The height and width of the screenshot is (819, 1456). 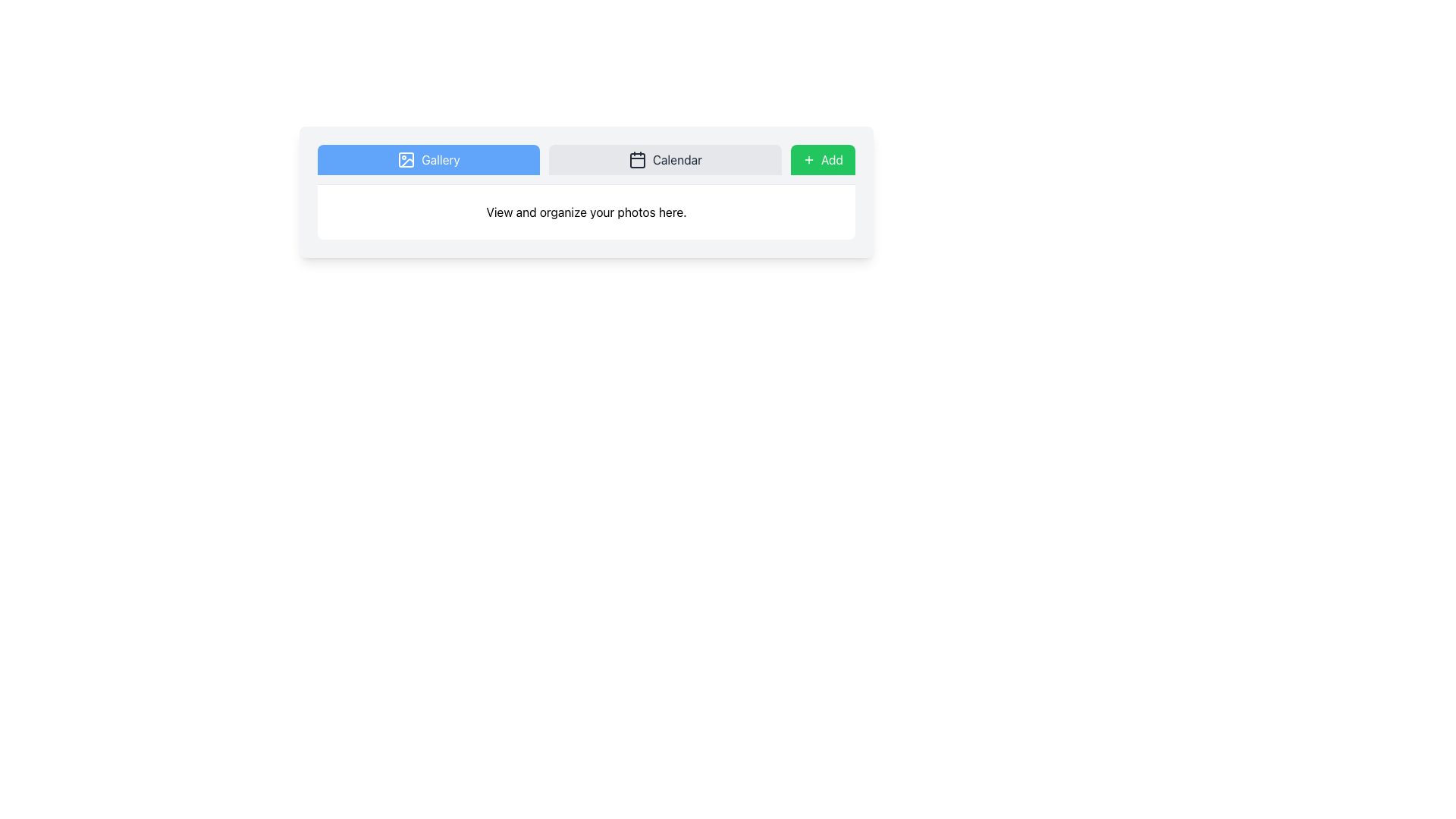 What do you see at coordinates (637, 161) in the screenshot?
I see `the small graphical component resembling a square with rounded corners located in the center of the active calendar icon in the header menu` at bounding box center [637, 161].